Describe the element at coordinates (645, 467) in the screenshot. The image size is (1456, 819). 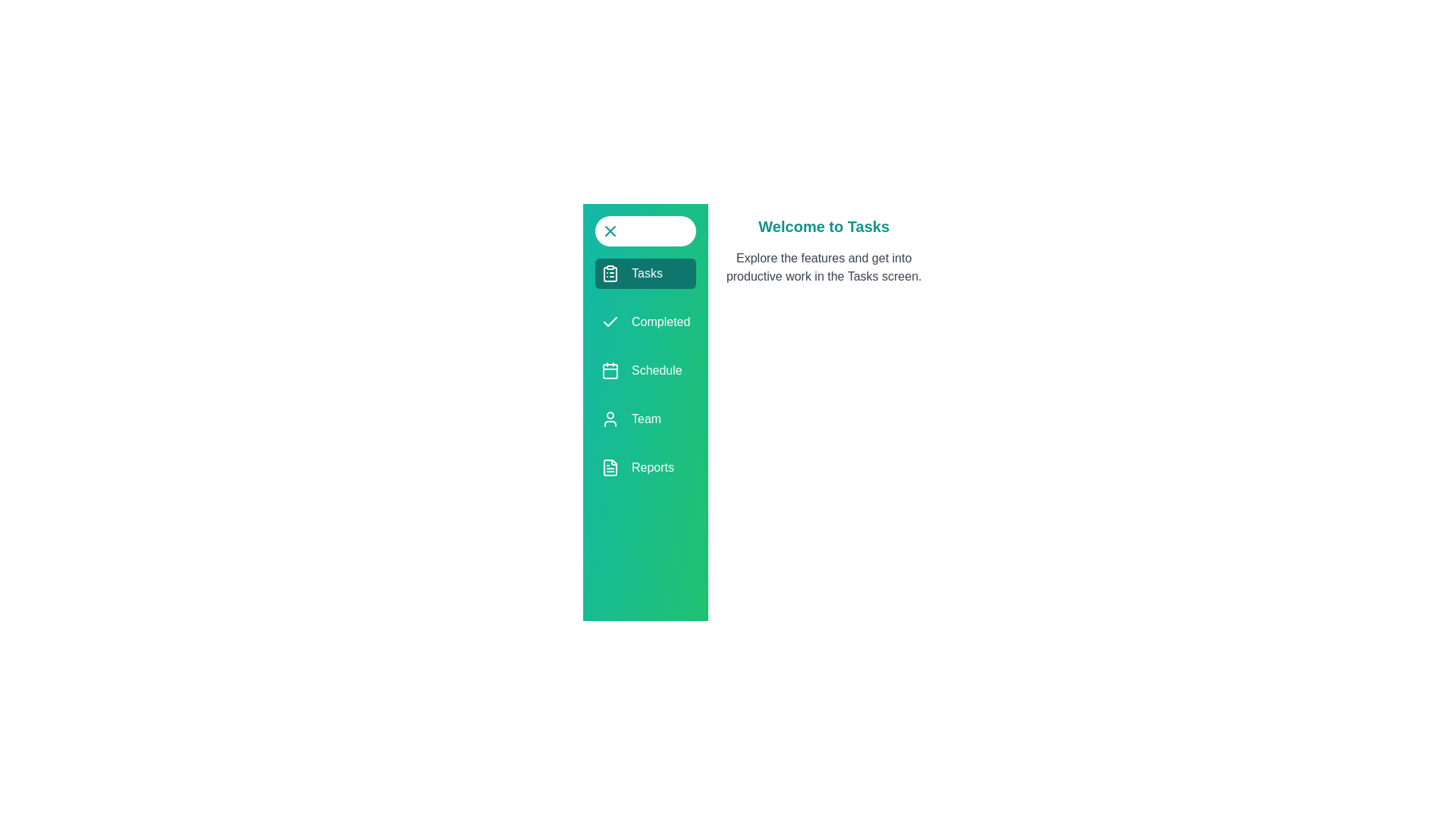
I see `the menu item Reports from the available options` at that location.